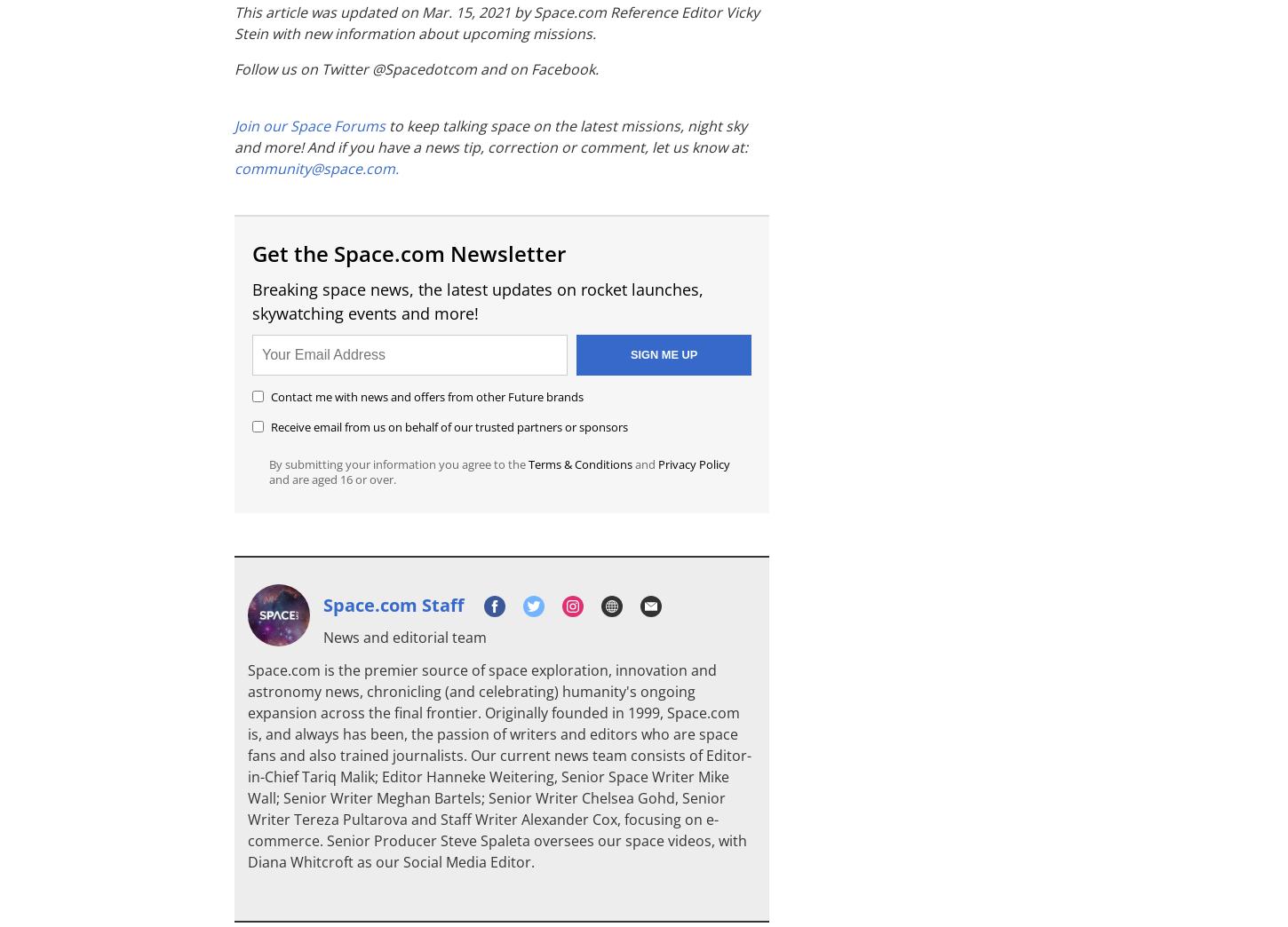  I want to click on 'Breaking space news, the latest updates on rocket launches, skywatching events and more!', so click(477, 301).